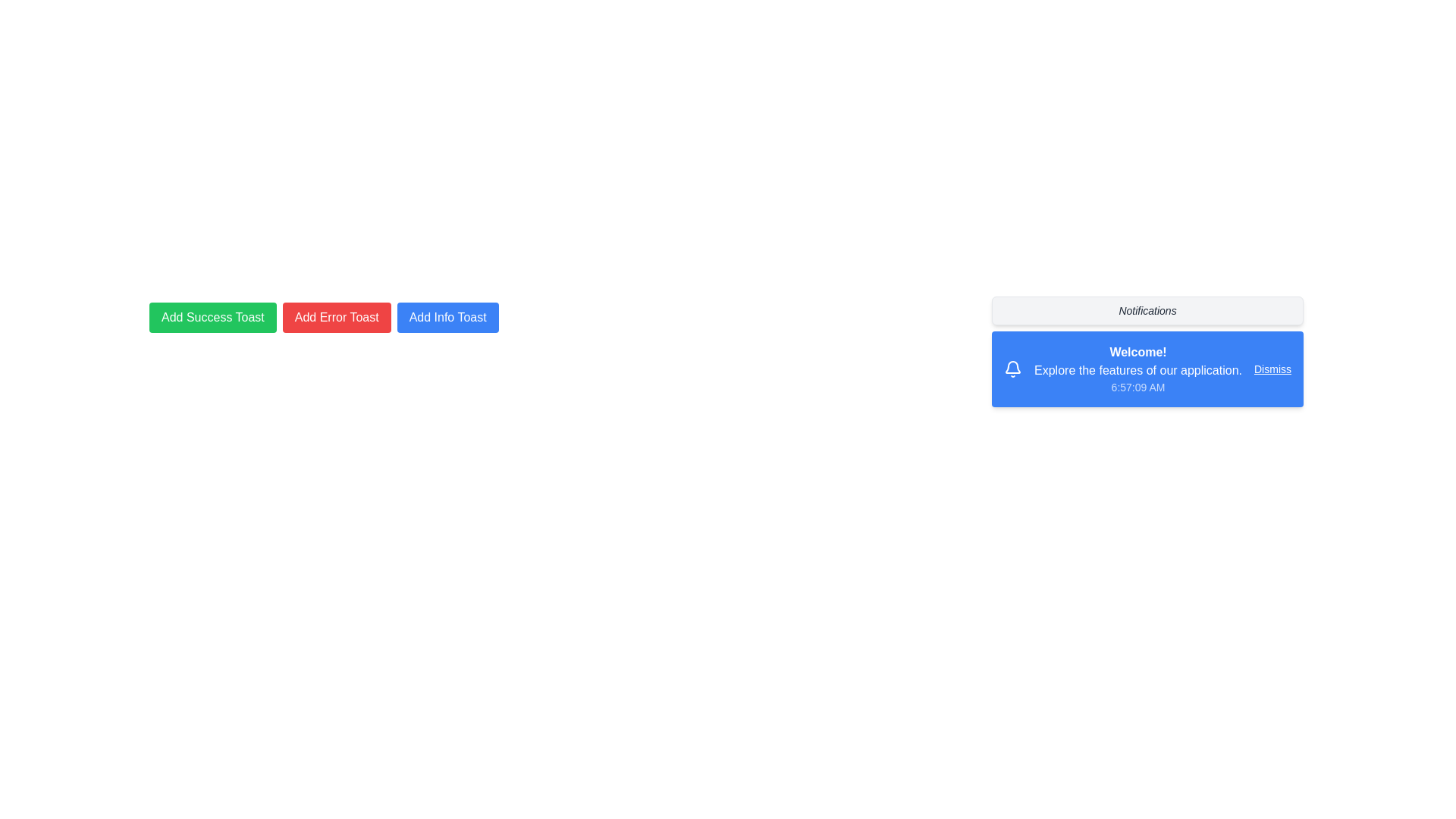 This screenshot has width=1456, height=819. I want to click on the Toast notification that displays a welcome message, featuring the text 'Welcome!' and 'Explore the features of our application.', so click(1147, 369).